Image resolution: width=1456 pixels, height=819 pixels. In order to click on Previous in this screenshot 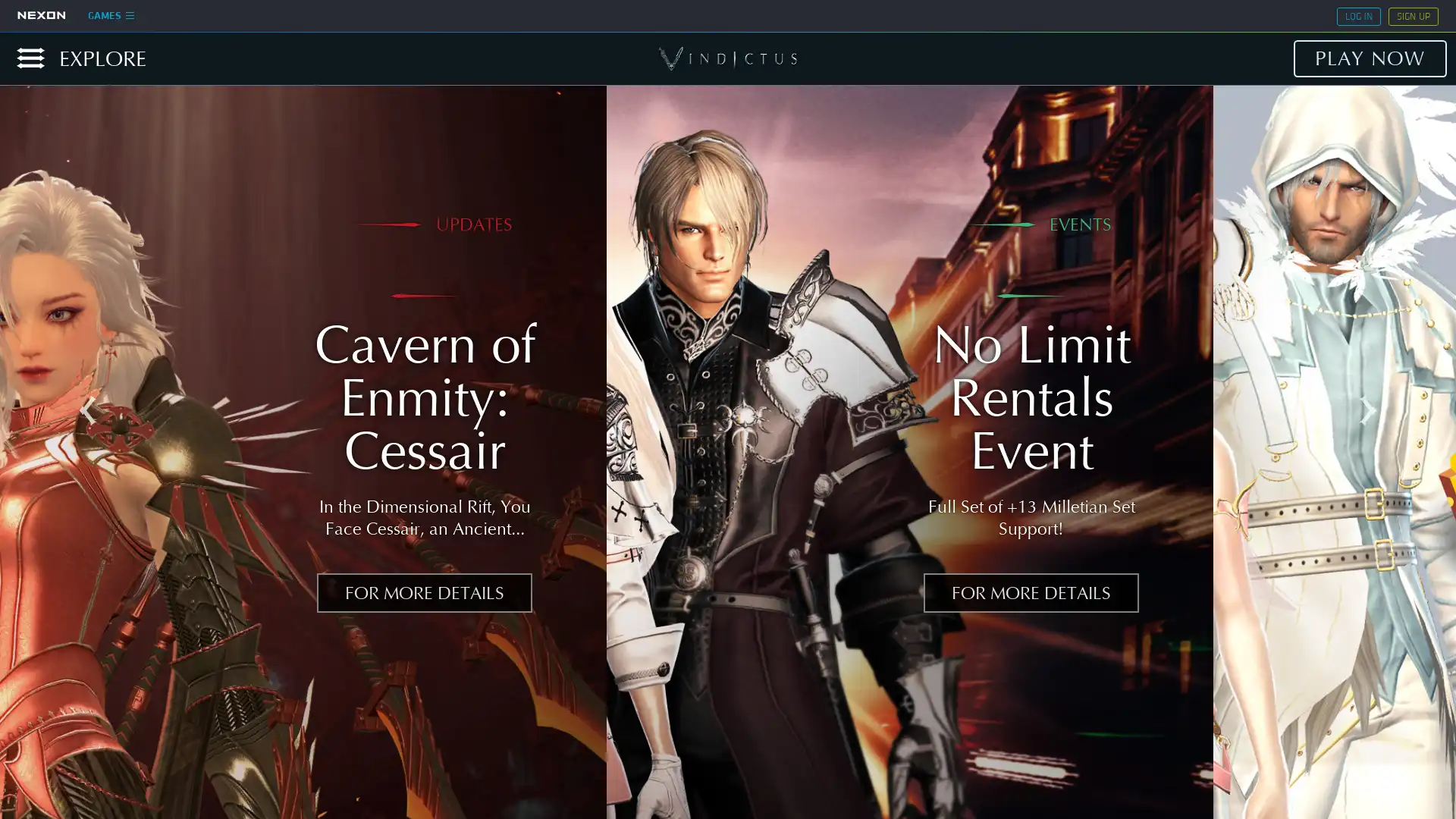, I will do `click(86, 411)`.